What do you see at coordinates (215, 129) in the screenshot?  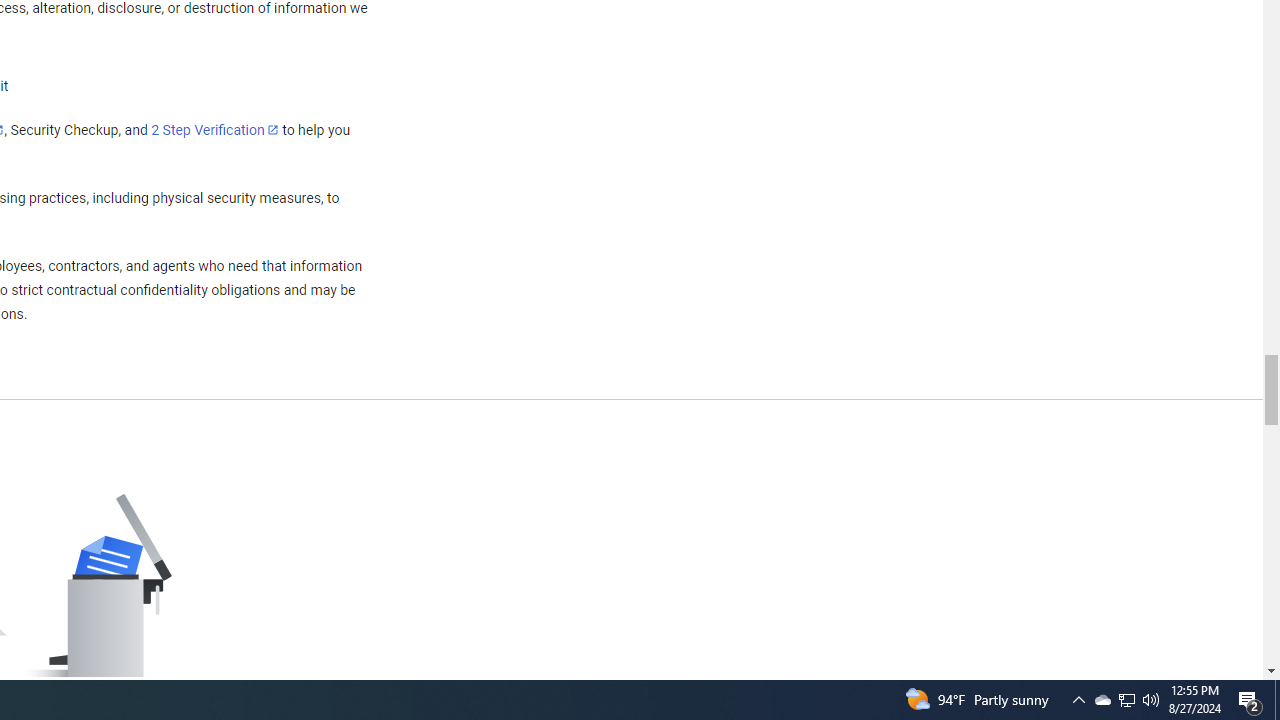 I see `'2 Step Verification'` at bounding box center [215, 129].